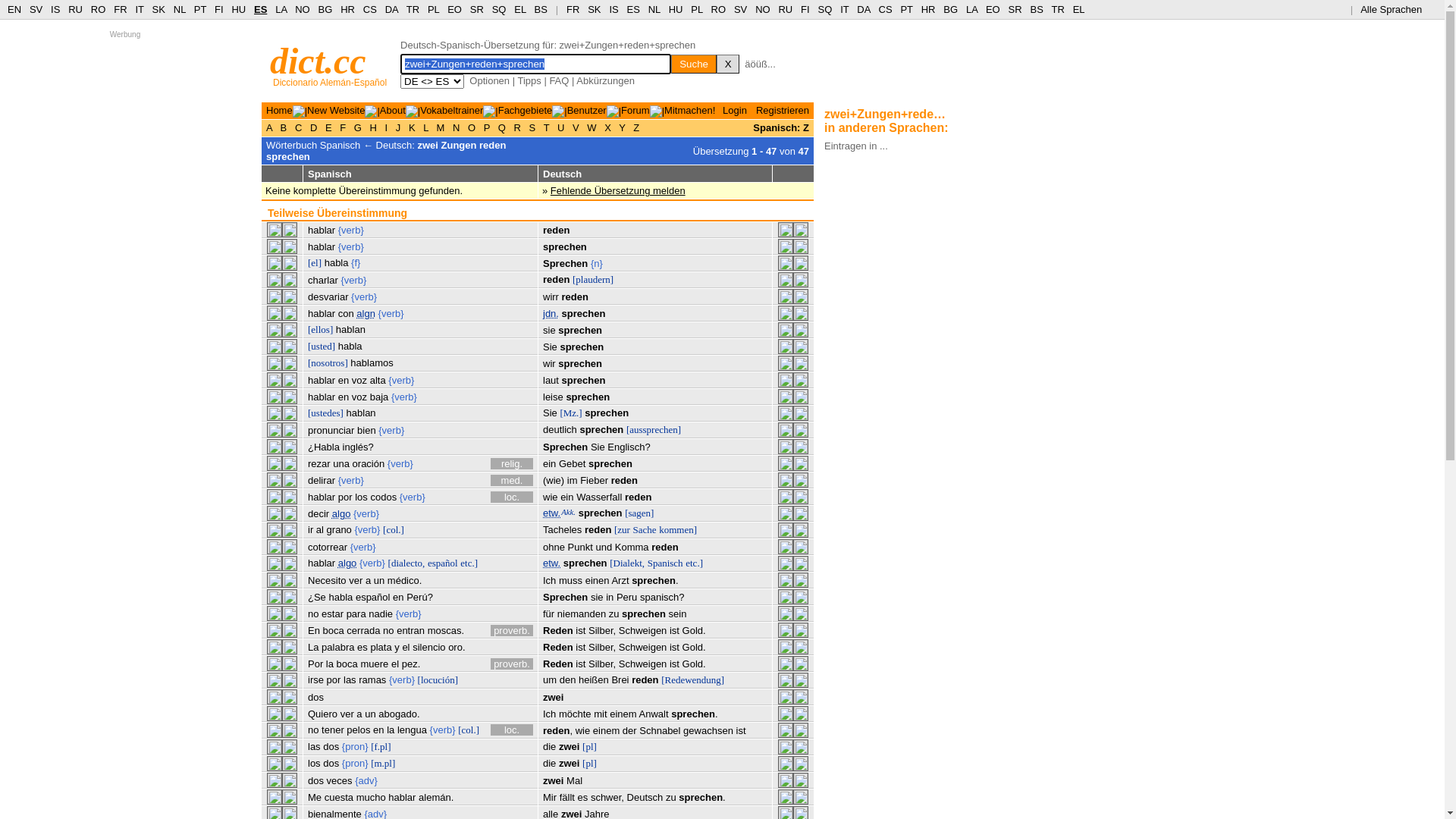 Image resolution: width=1456 pixels, height=819 pixels. Describe the element at coordinates (550, 312) in the screenshot. I see `'jdn.'` at that location.